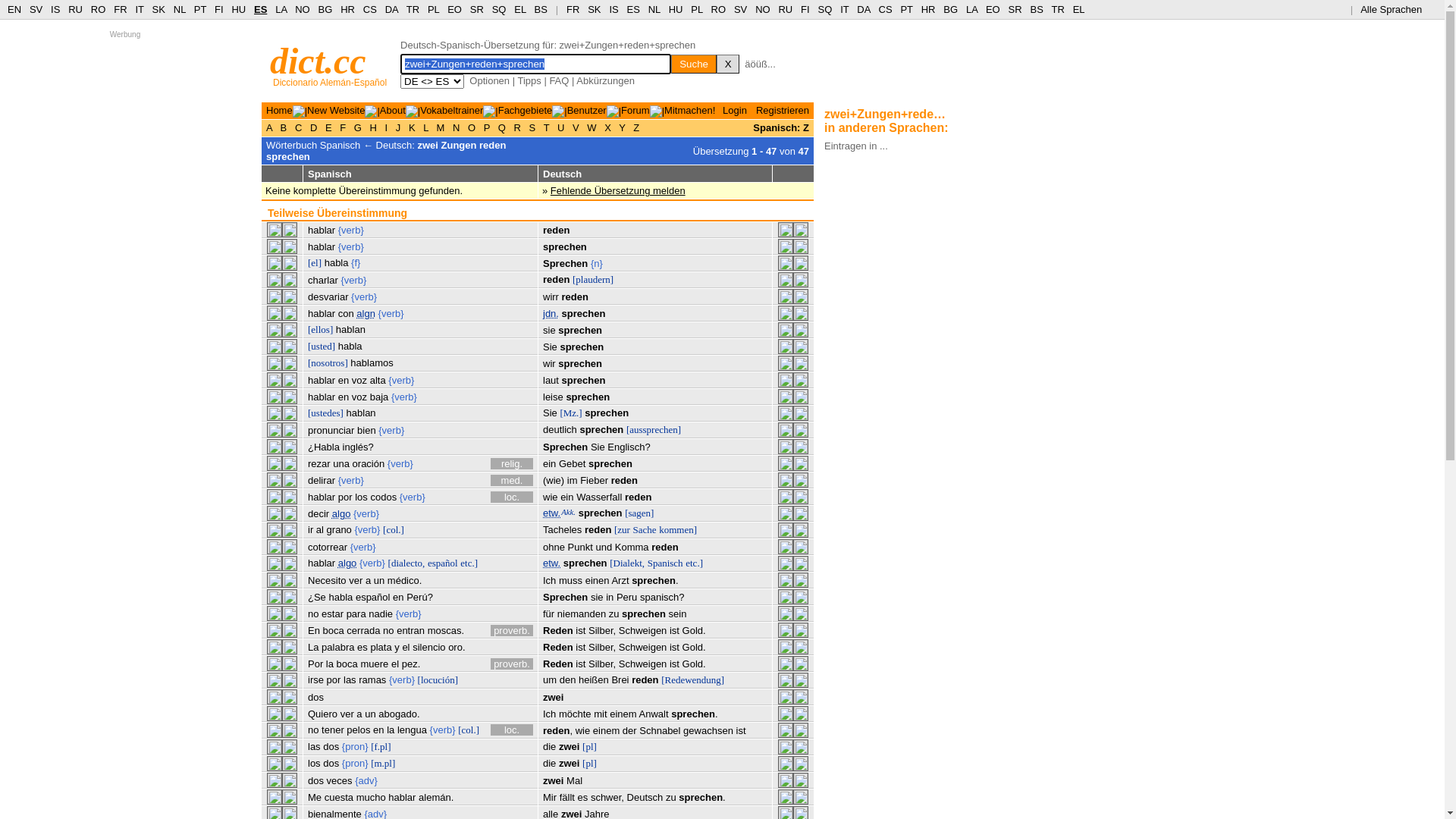 Image resolution: width=1456 pixels, height=819 pixels. Describe the element at coordinates (550, 312) in the screenshot. I see `'jdn.'` at that location.